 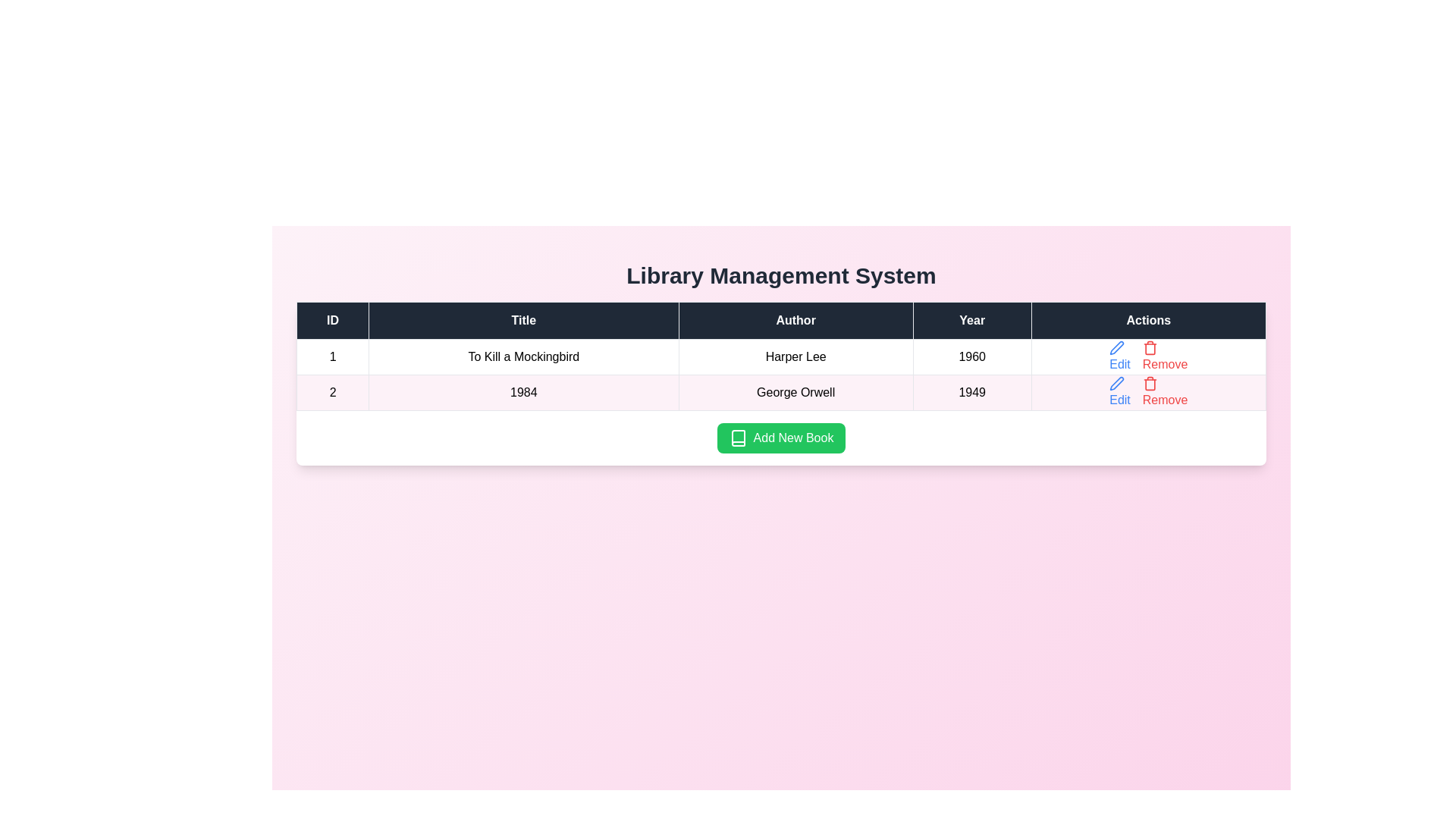 What do you see at coordinates (1148, 356) in the screenshot?
I see `the 'Remove' option in the Actions column of the first data row` at bounding box center [1148, 356].